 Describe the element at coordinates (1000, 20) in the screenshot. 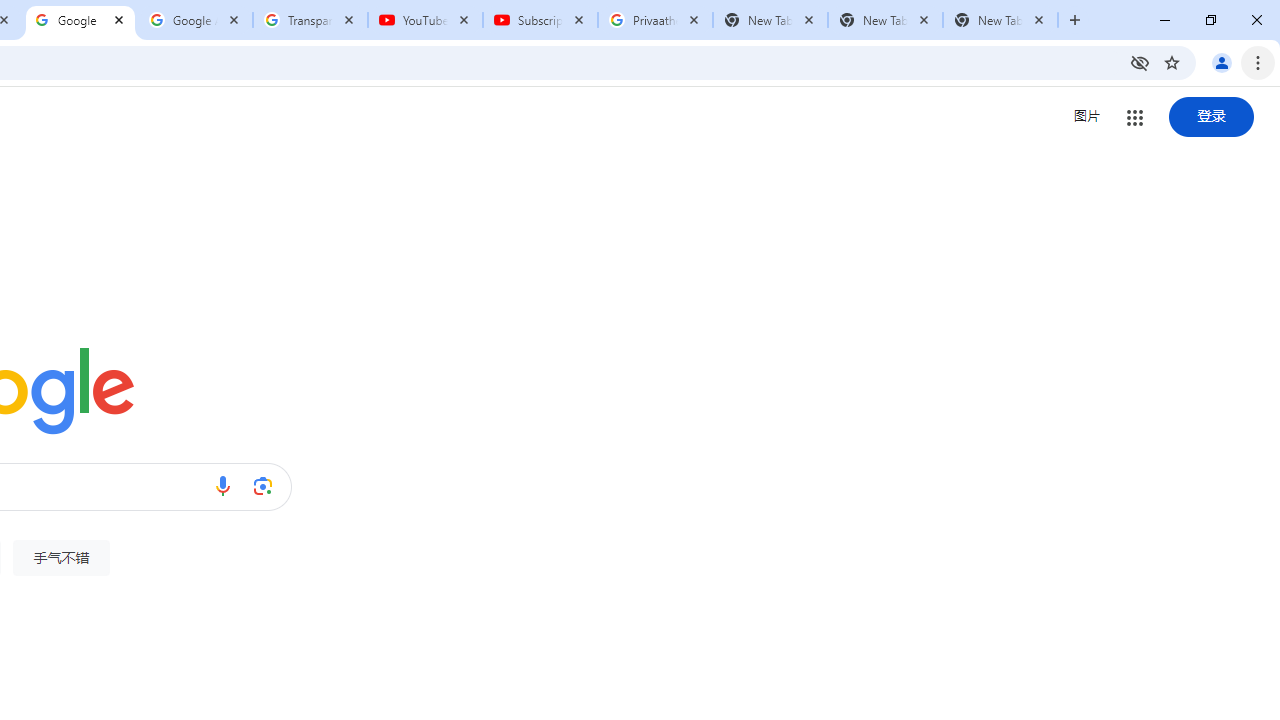

I see `'New Tab'` at that location.